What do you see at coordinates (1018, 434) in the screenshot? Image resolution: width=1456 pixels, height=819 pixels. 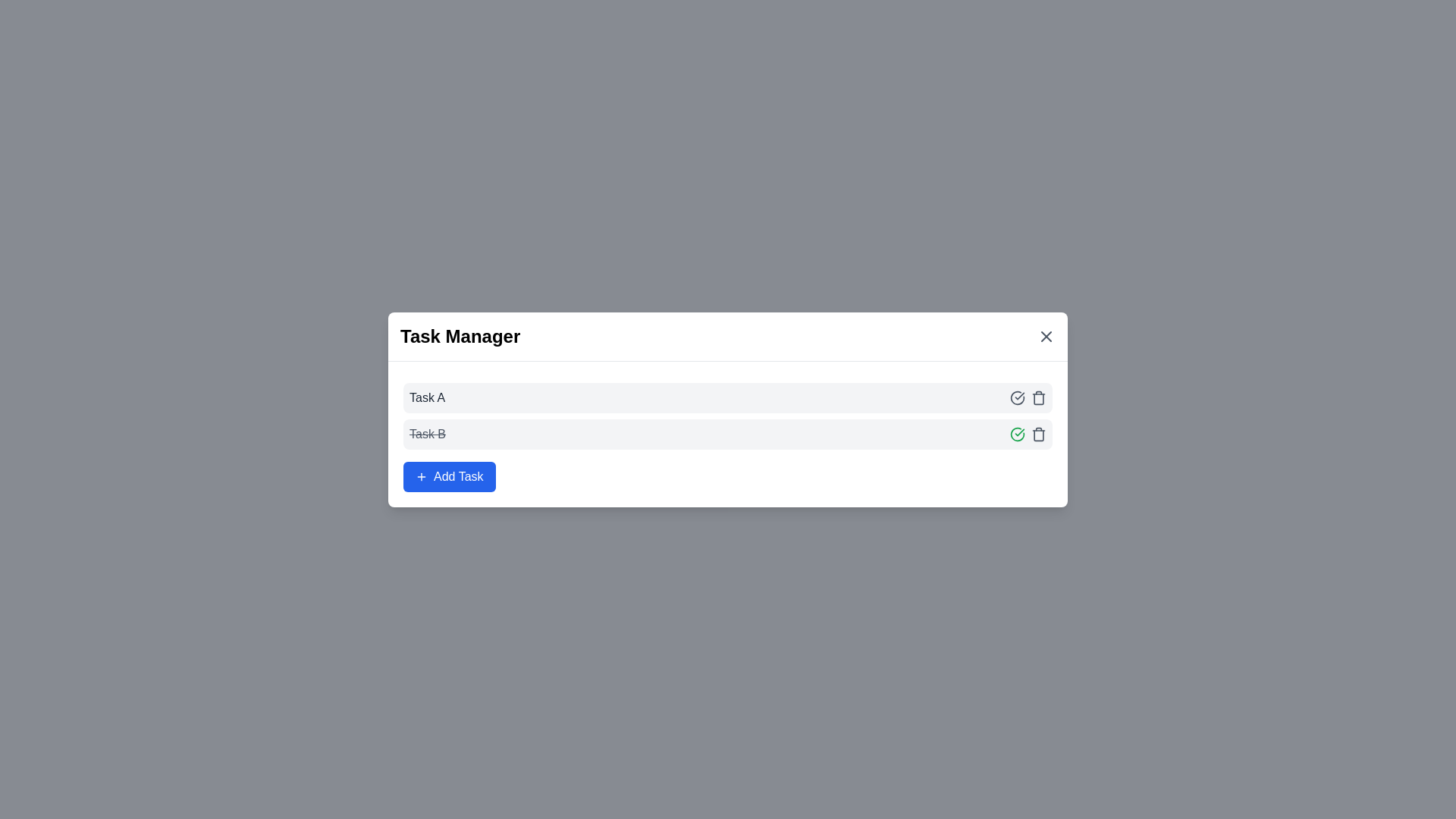 I see `the task completion marker icon button, which is the first icon in the set of two at the end of the second task row` at bounding box center [1018, 434].